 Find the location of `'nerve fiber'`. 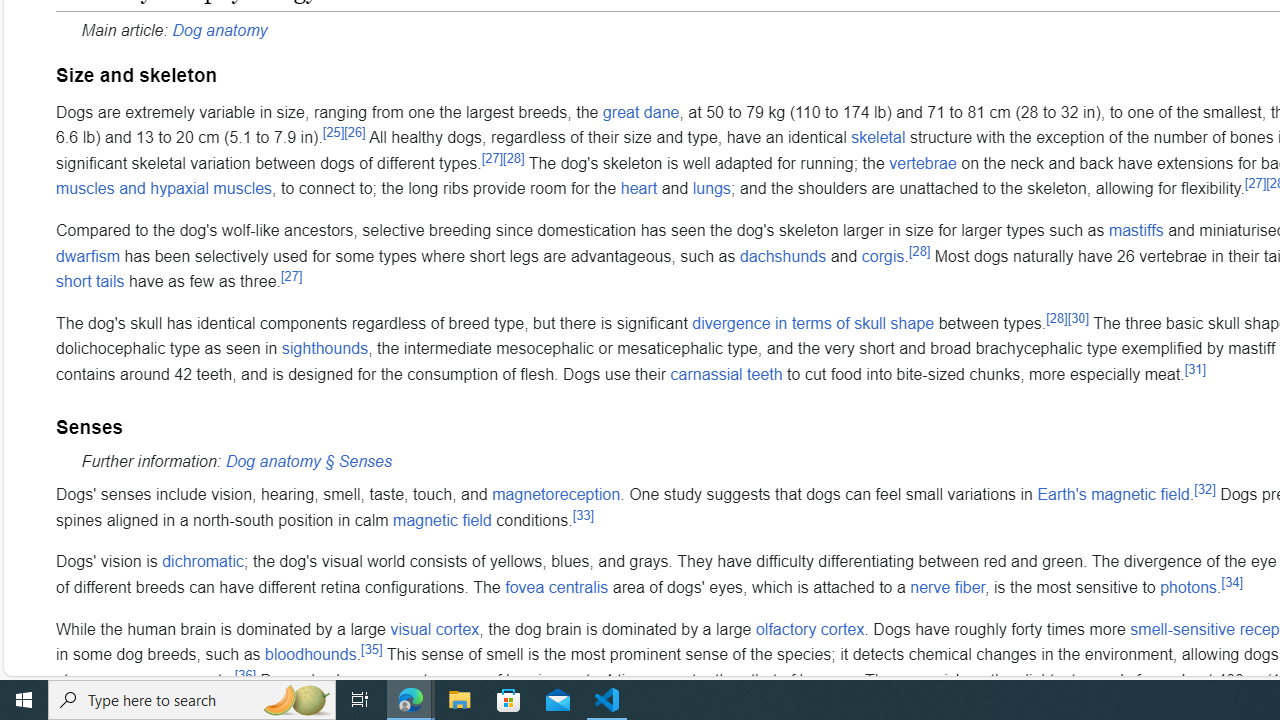

'nerve fiber' is located at coordinates (946, 586).